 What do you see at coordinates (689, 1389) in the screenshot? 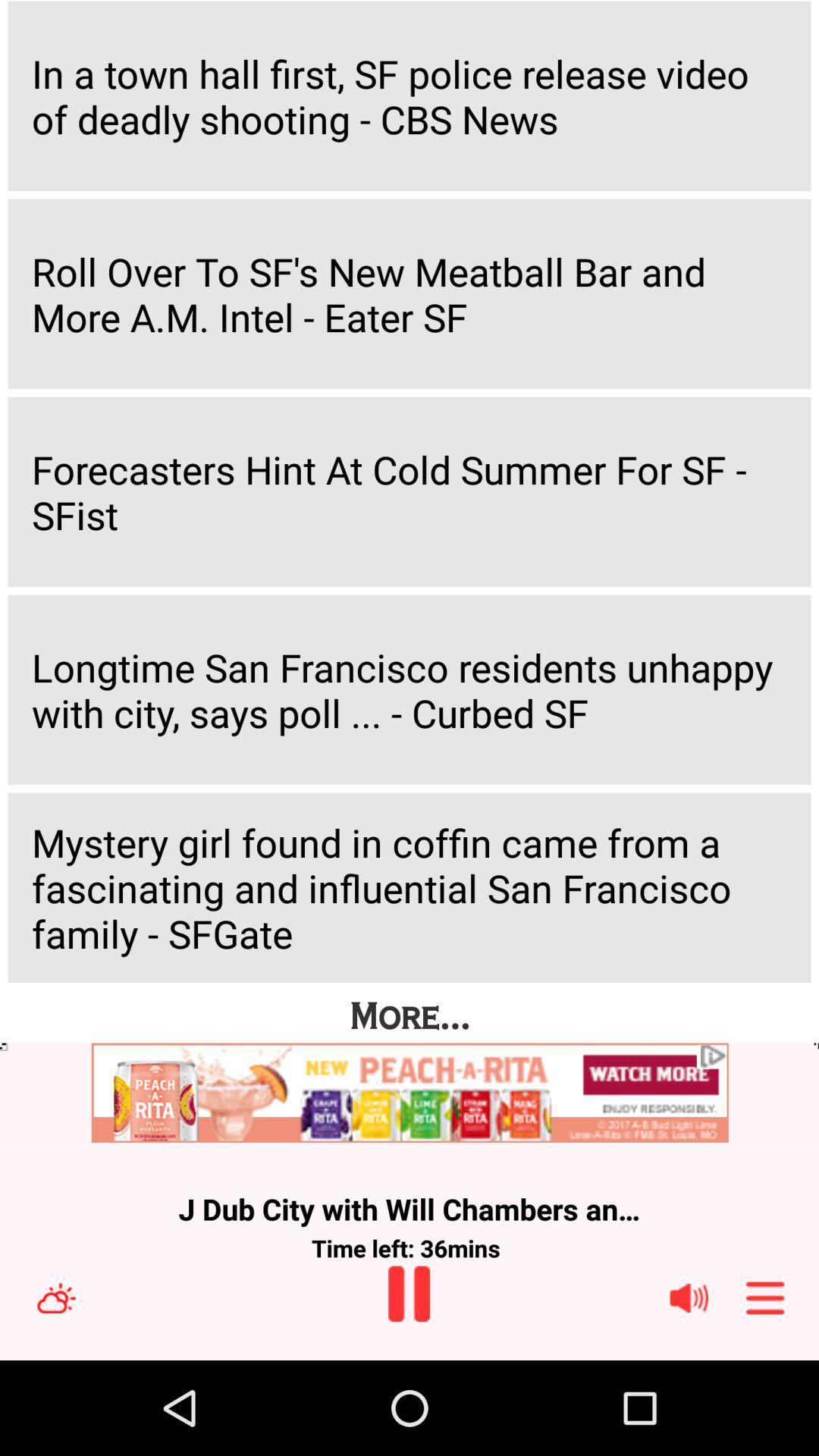
I see `the volume icon` at bounding box center [689, 1389].